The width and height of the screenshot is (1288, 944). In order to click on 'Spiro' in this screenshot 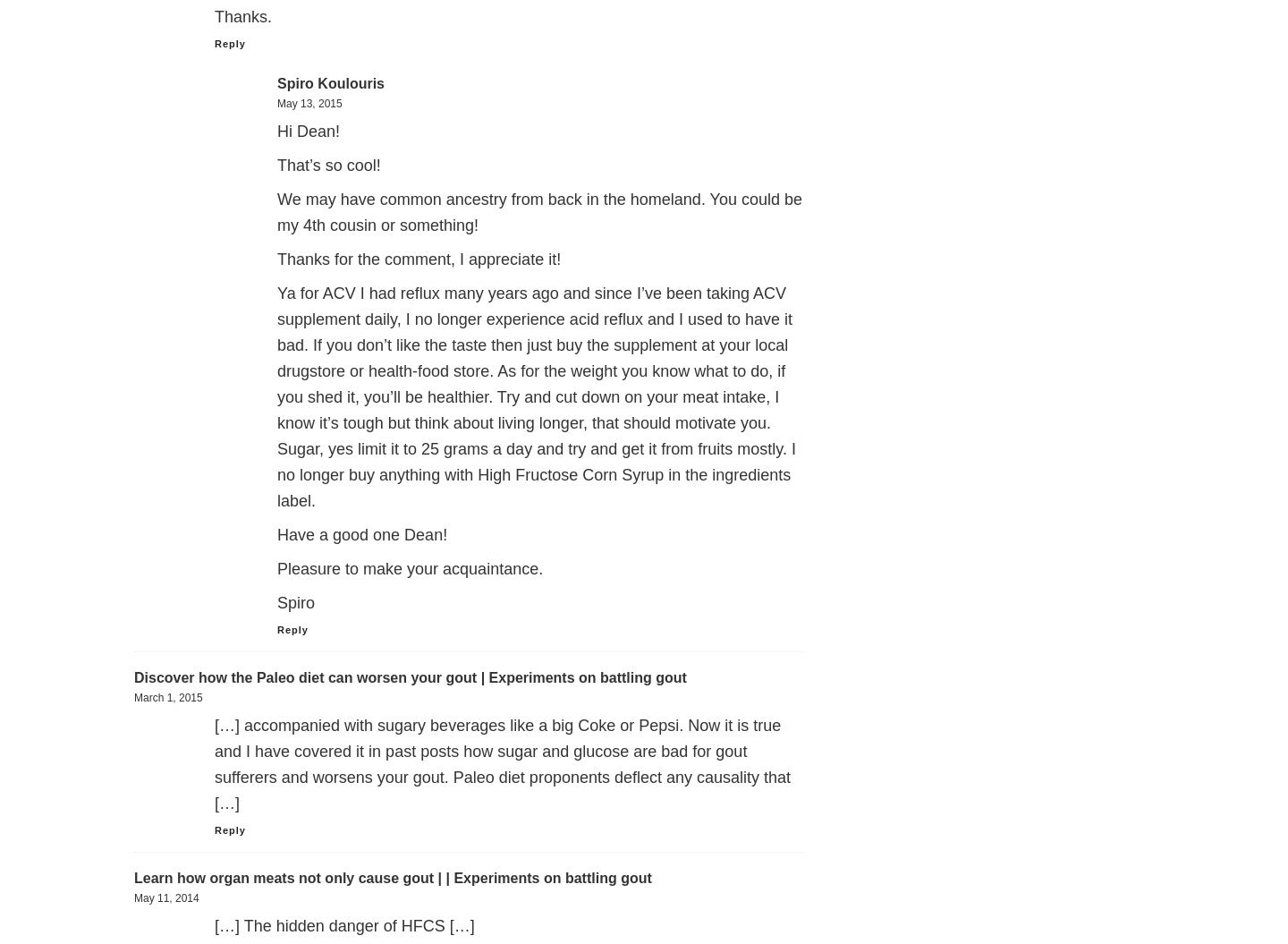, I will do `click(296, 602)`.